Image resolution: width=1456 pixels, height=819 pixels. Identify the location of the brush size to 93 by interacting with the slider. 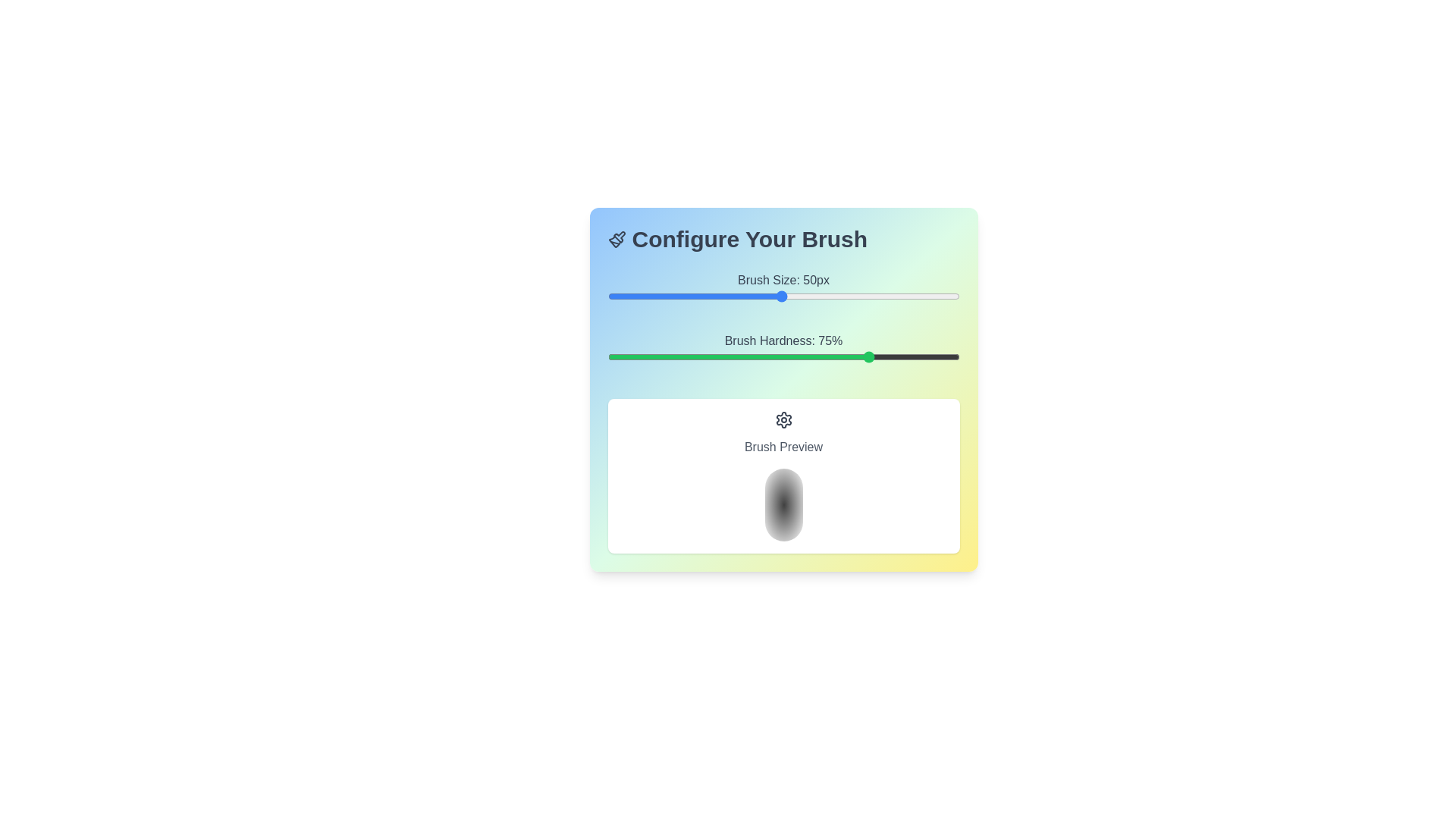
(934, 296).